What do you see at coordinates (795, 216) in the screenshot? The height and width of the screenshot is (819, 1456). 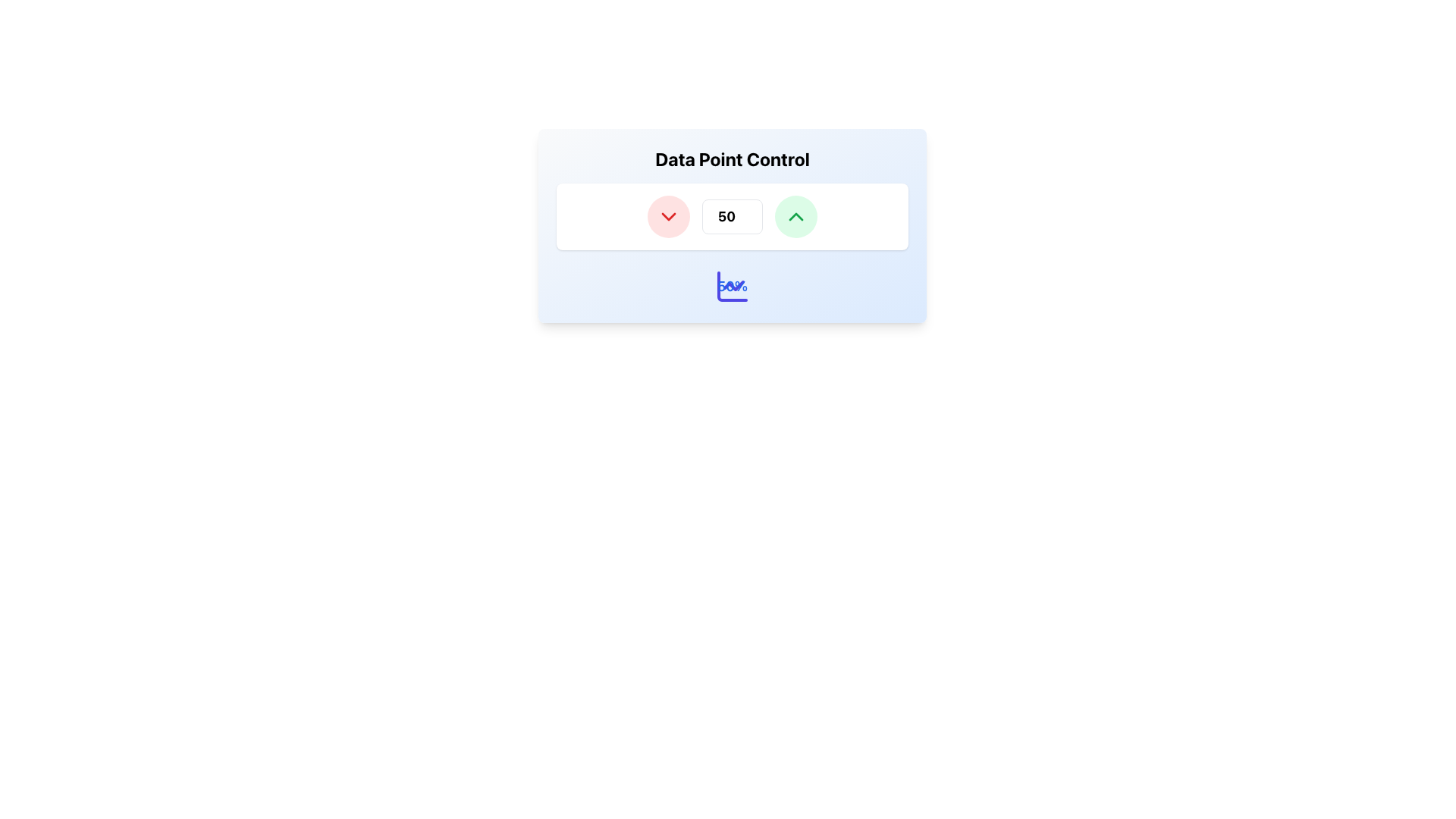 I see `the circular light green button with a green upward arrow icon to observe any interactive effects` at bounding box center [795, 216].